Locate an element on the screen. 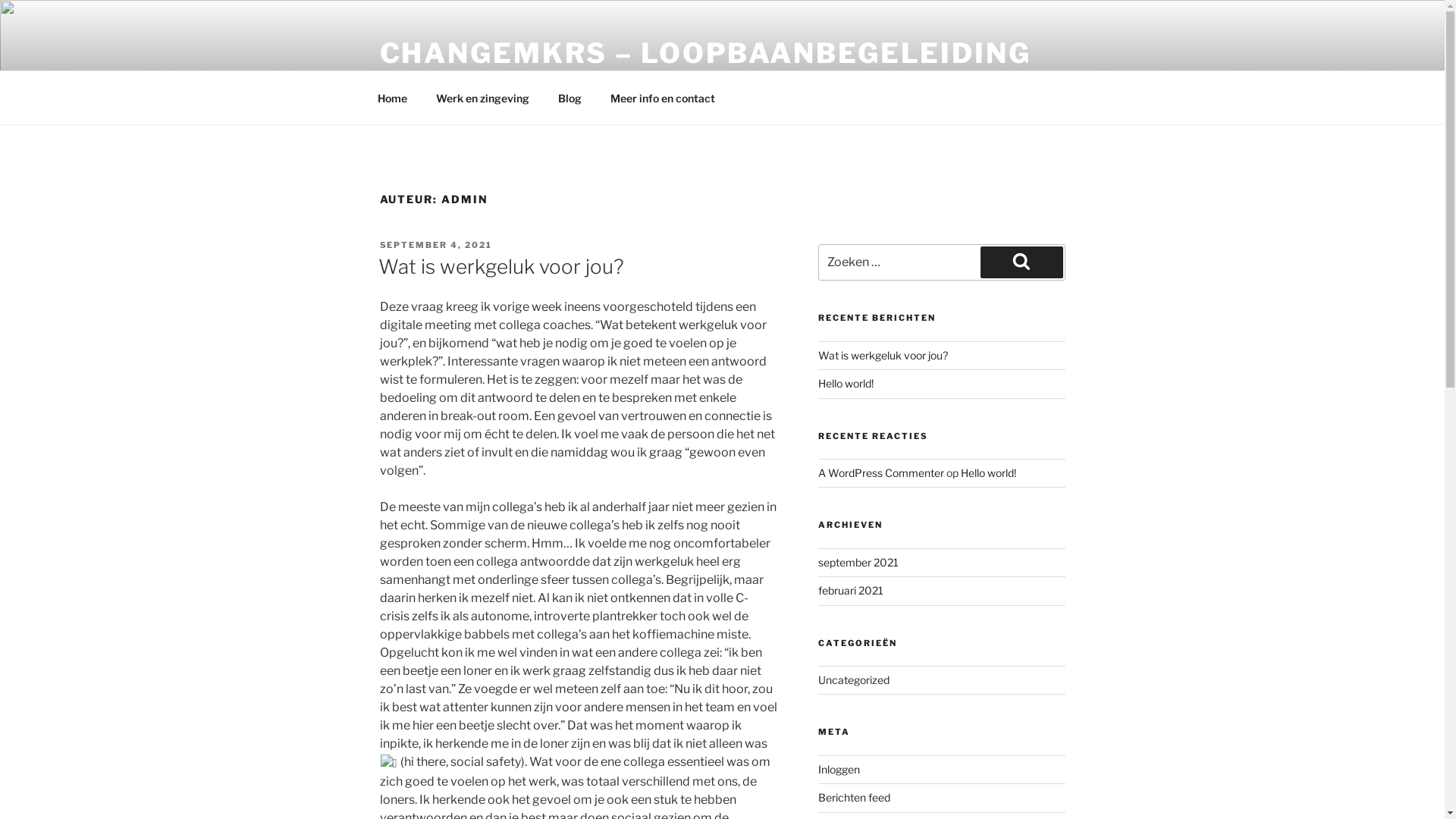 The image size is (1456, 819). 'Uncategorized' is located at coordinates (854, 679).